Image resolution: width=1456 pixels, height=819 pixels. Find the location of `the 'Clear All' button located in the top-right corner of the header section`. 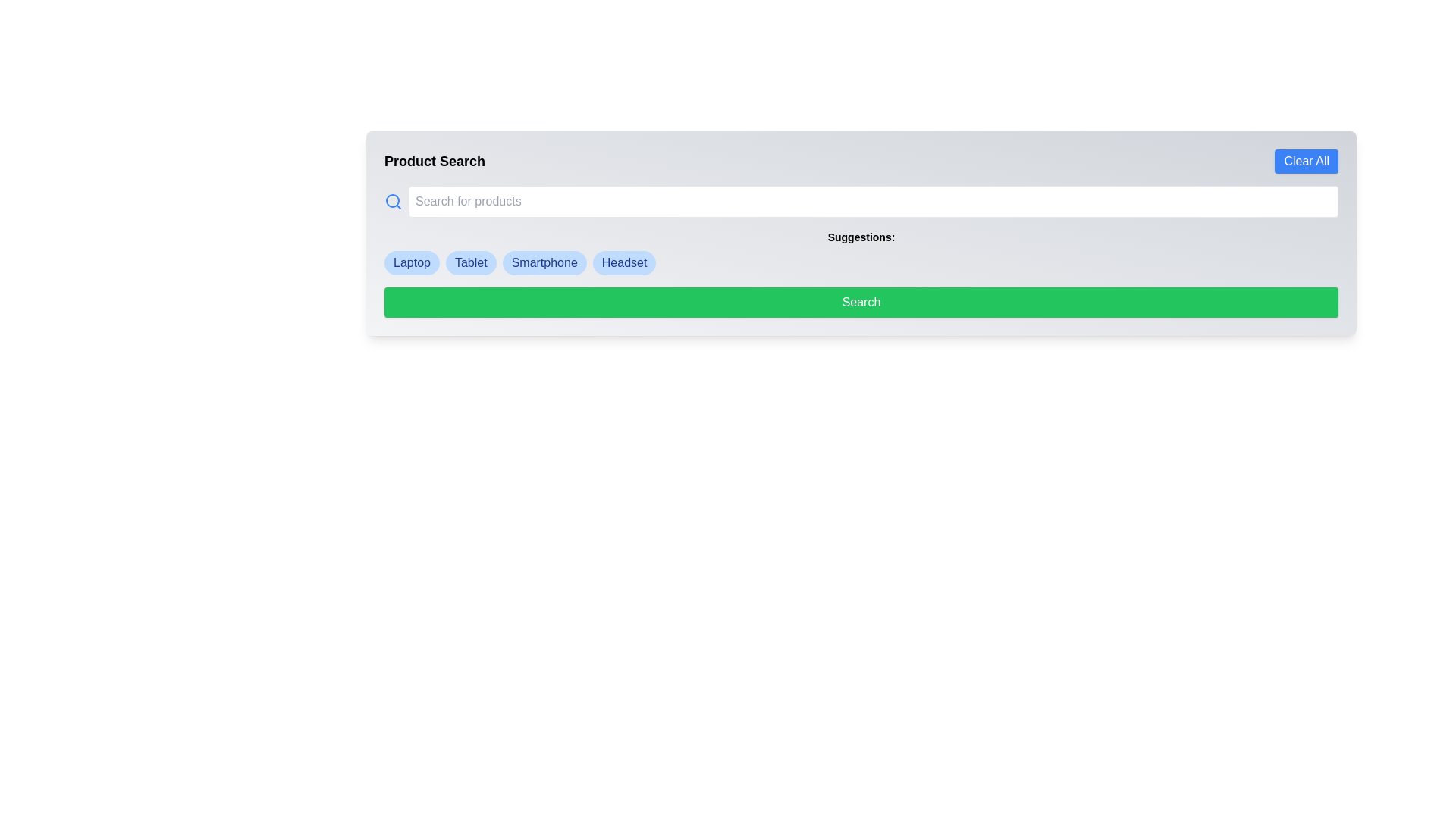

the 'Clear All' button located in the top-right corner of the header section is located at coordinates (1306, 161).